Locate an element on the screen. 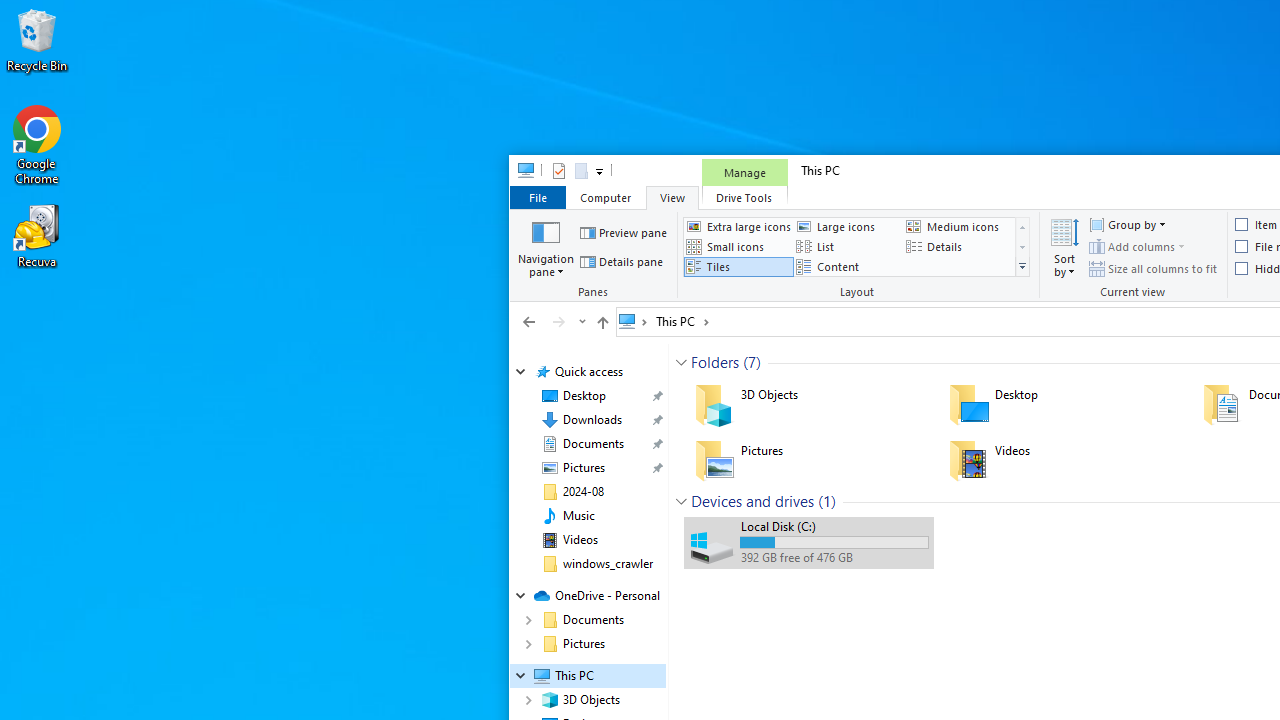  'Layout' is located at coordinates (859, 255).